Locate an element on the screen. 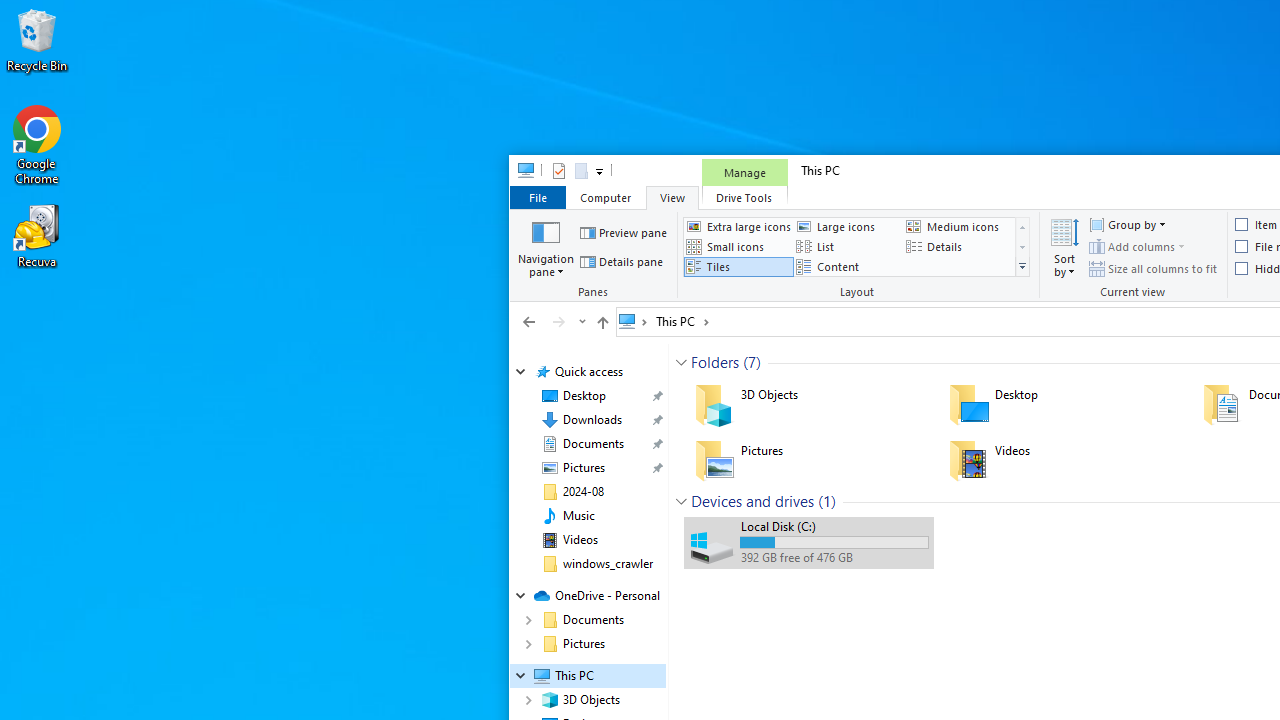  'Layout' is located at coordinates (859, 255).